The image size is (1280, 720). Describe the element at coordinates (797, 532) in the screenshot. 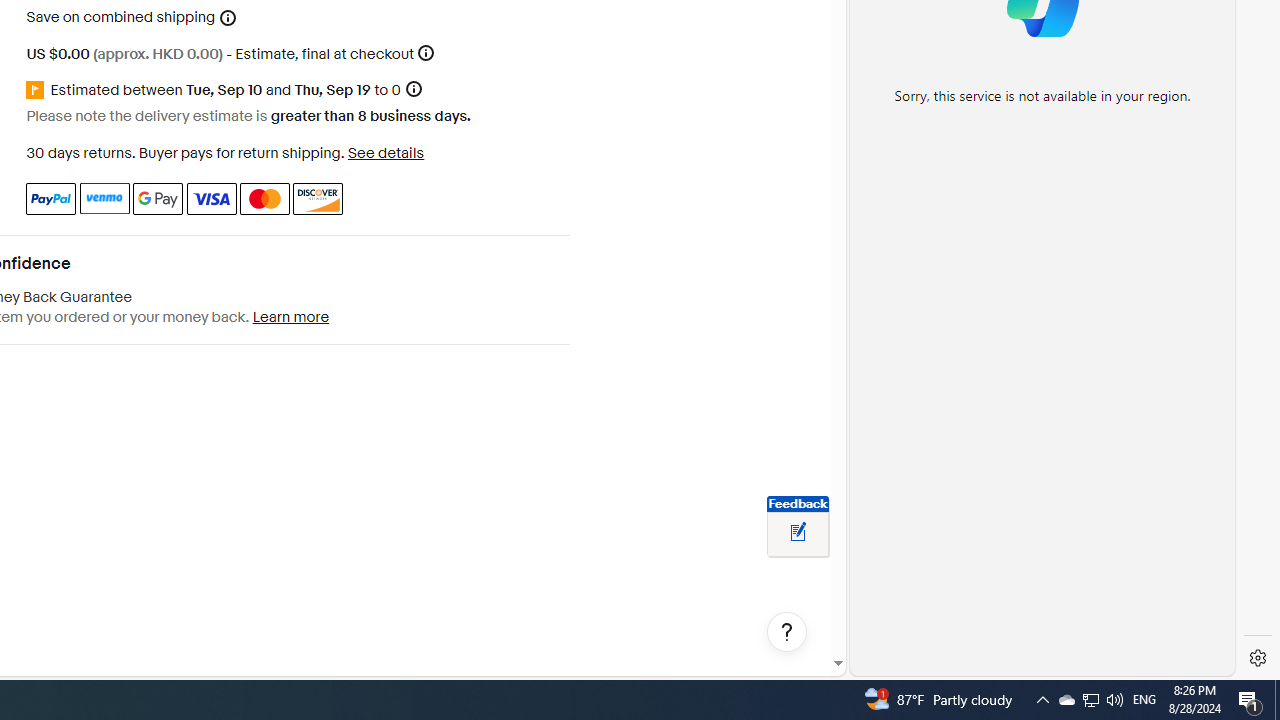

I see `'Leave feedback about your eBay ViewItem experience'` at that location.